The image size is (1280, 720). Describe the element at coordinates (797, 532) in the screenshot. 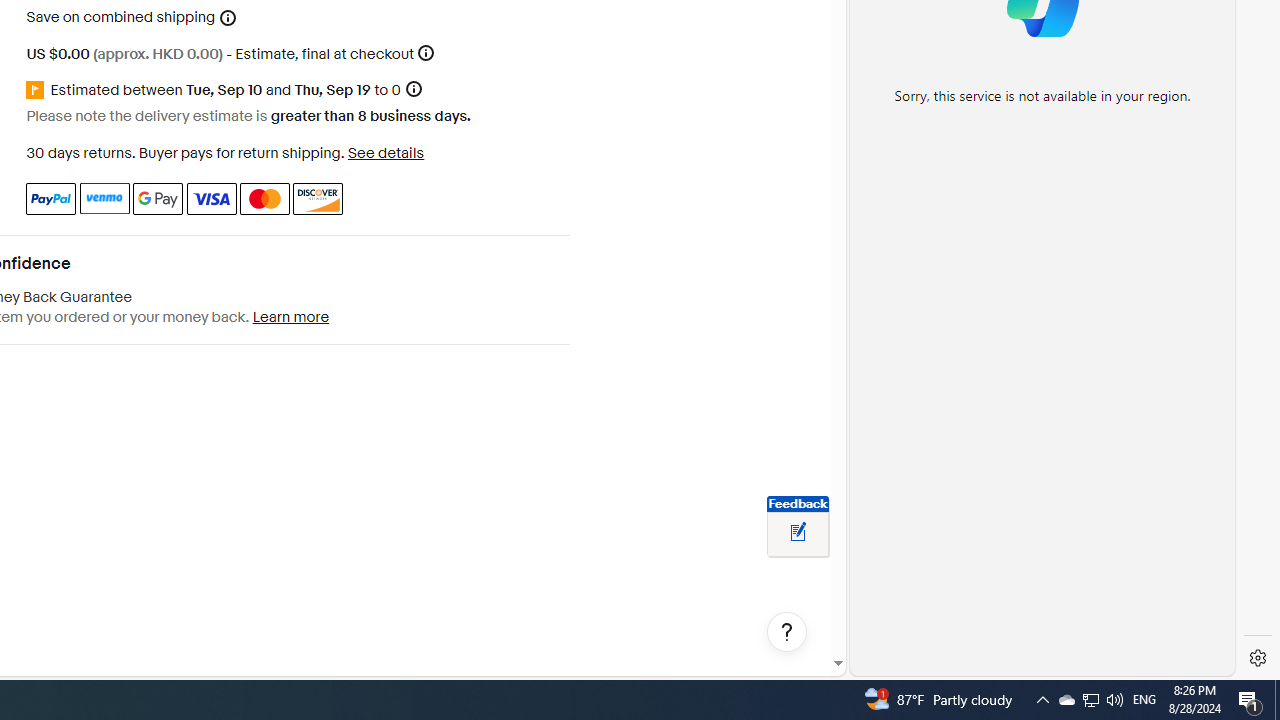

I see `'Leave feedback about your eBay ViewItem experience'` at that location.